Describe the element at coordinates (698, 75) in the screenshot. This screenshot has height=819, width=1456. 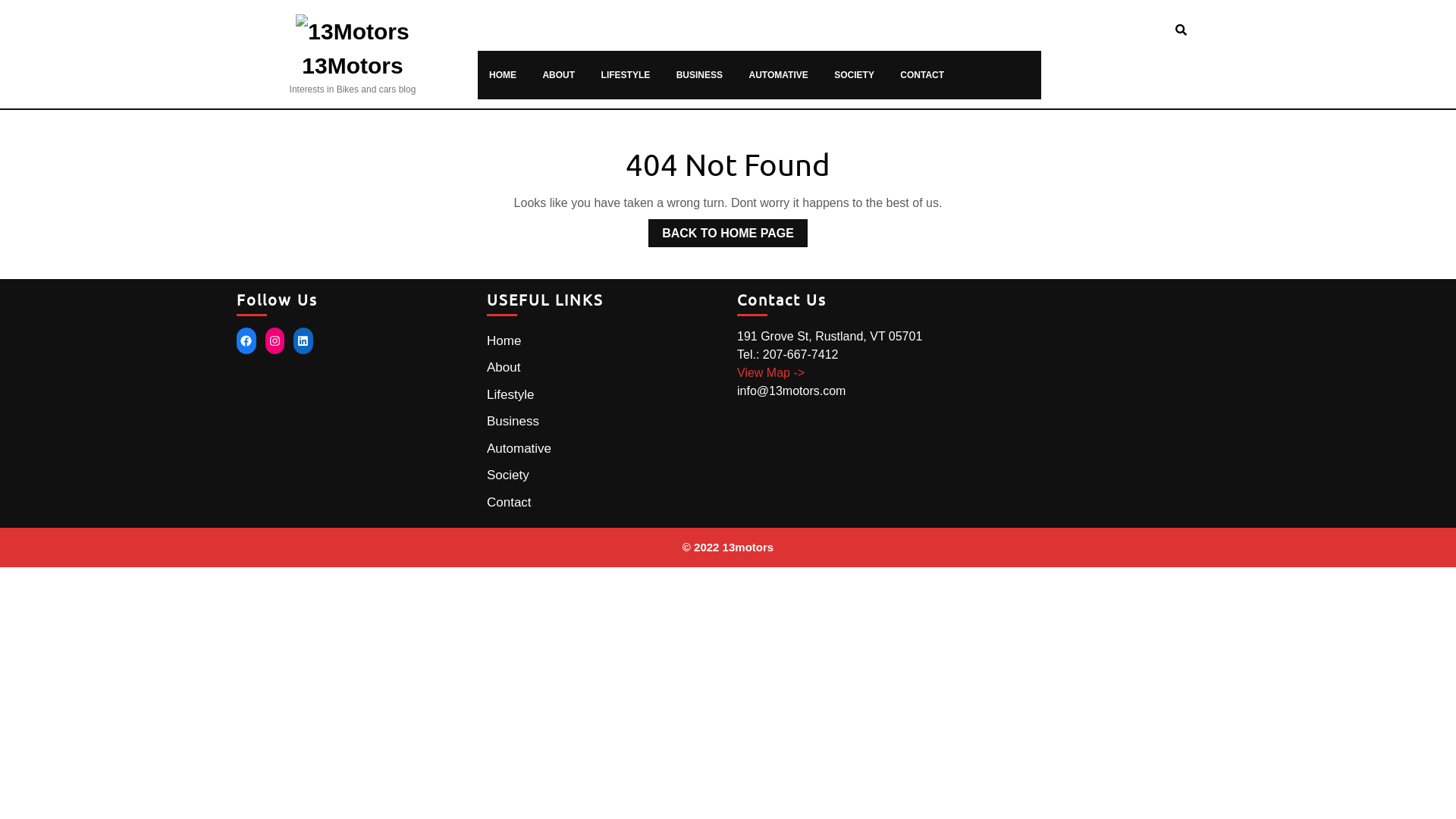
I see `'BUSINESS'` at that location.